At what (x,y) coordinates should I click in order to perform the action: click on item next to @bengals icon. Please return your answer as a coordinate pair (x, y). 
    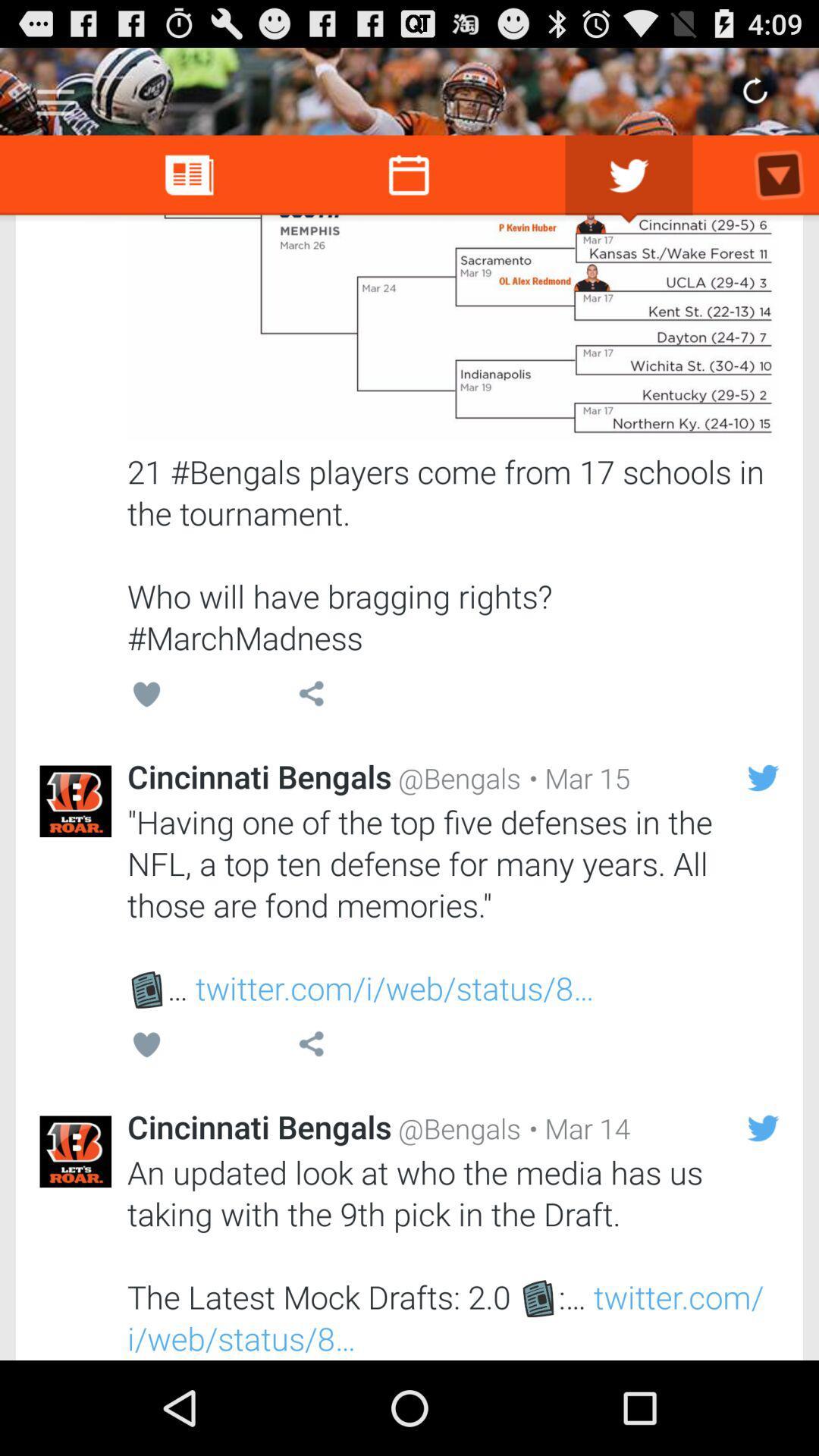
    Looking at the image, I should click on (576, 1128).